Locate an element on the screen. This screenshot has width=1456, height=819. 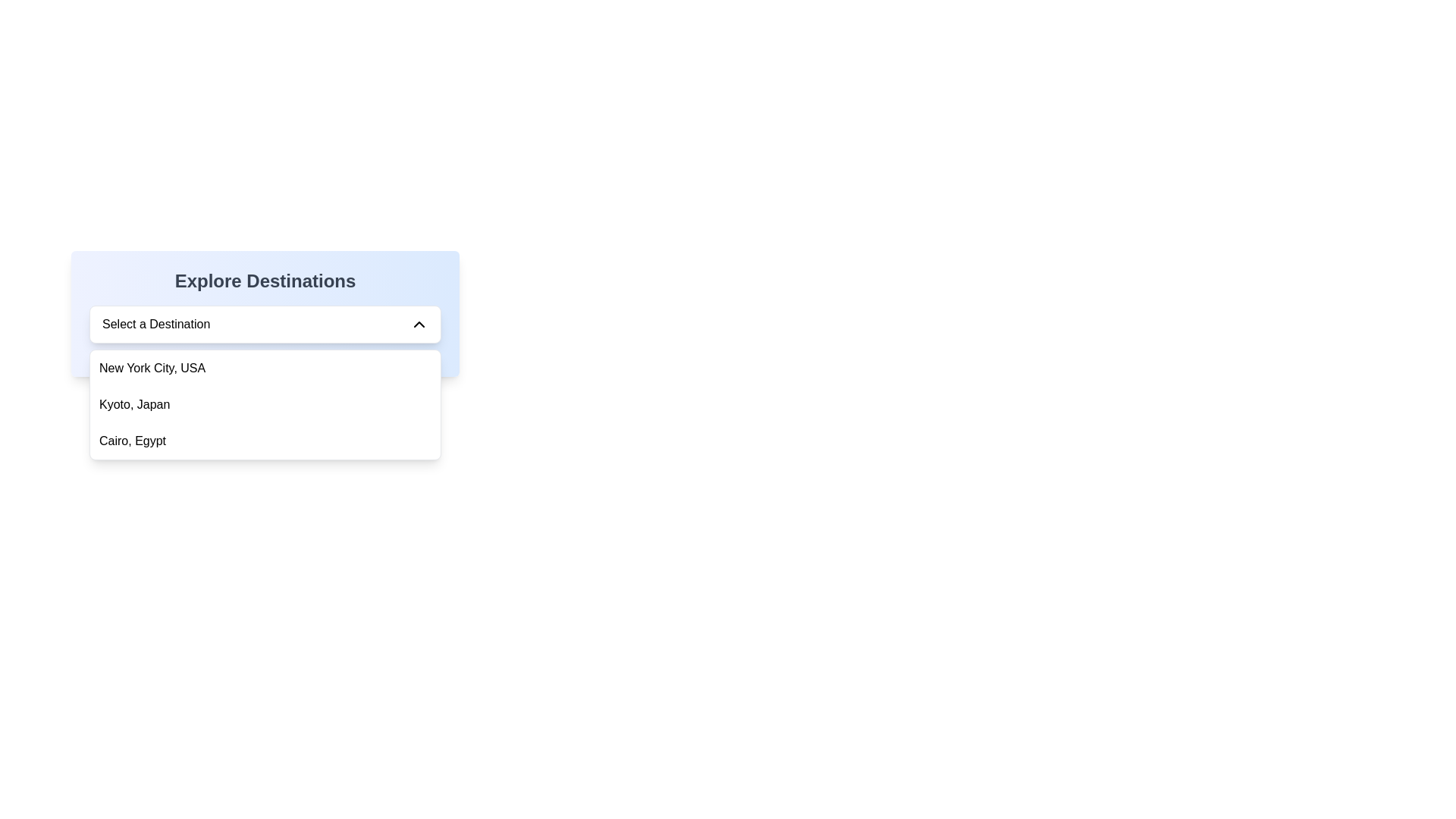
the dropdown menu labeled 'Select a Destination' is located at coordinates (265, 324).